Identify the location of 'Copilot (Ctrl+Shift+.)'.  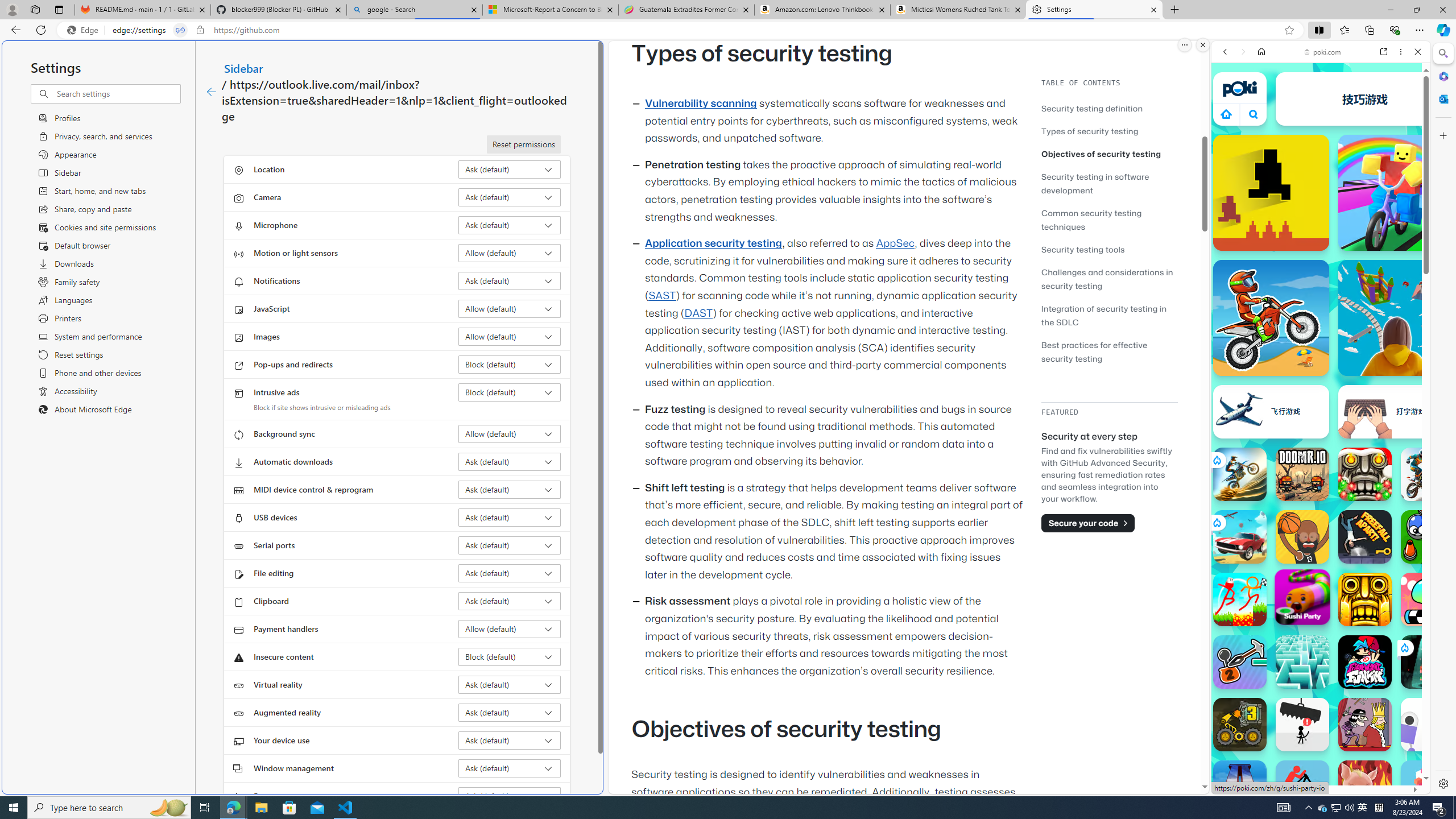
(1442, 29).